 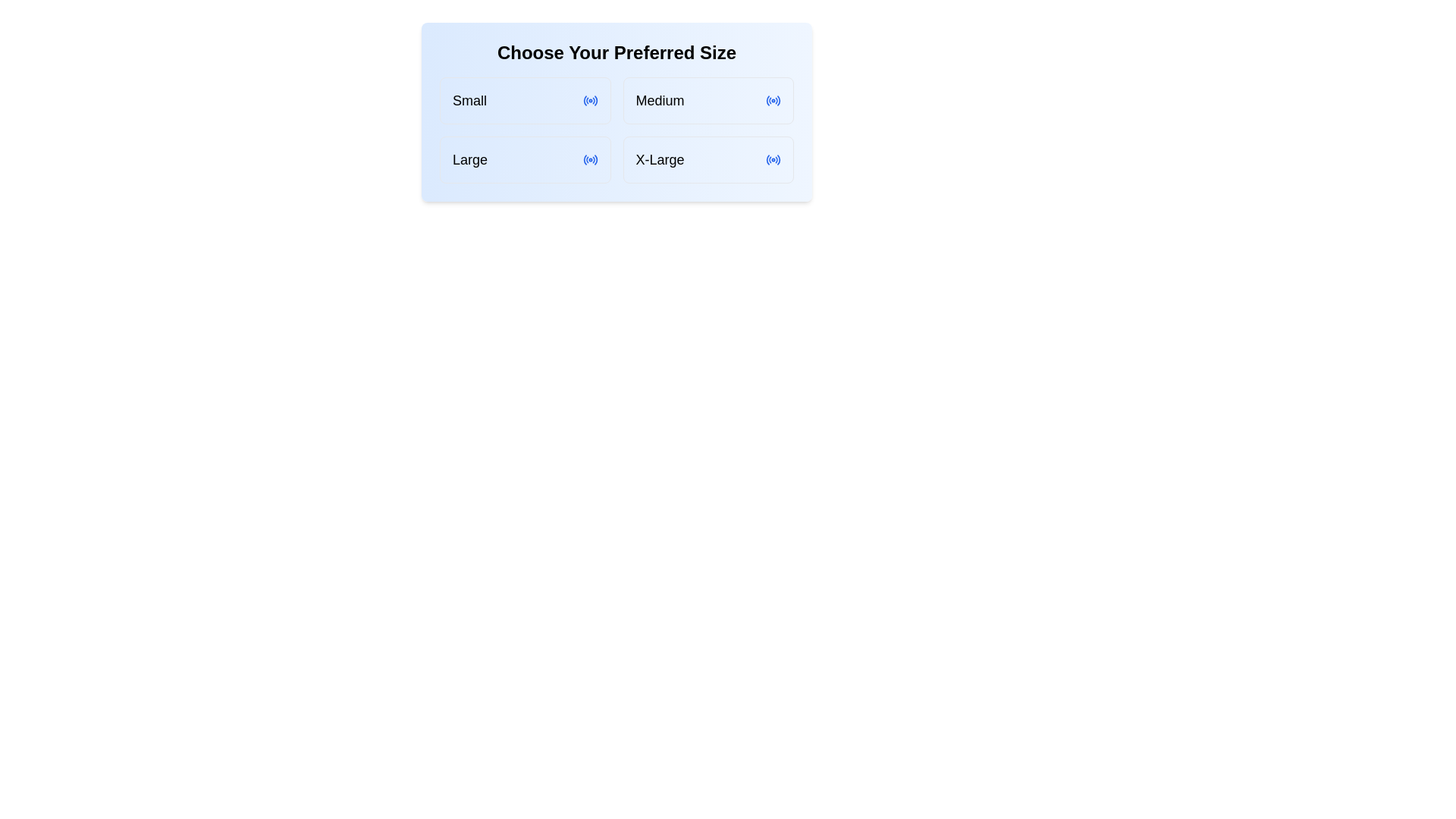 What do you see at coordinates (660, 100) in the screenshot?
I see `the 'Medium' text element, which is part of a selection choice displayed in a grid layout, from its current position` at bounding box center [660, 100].